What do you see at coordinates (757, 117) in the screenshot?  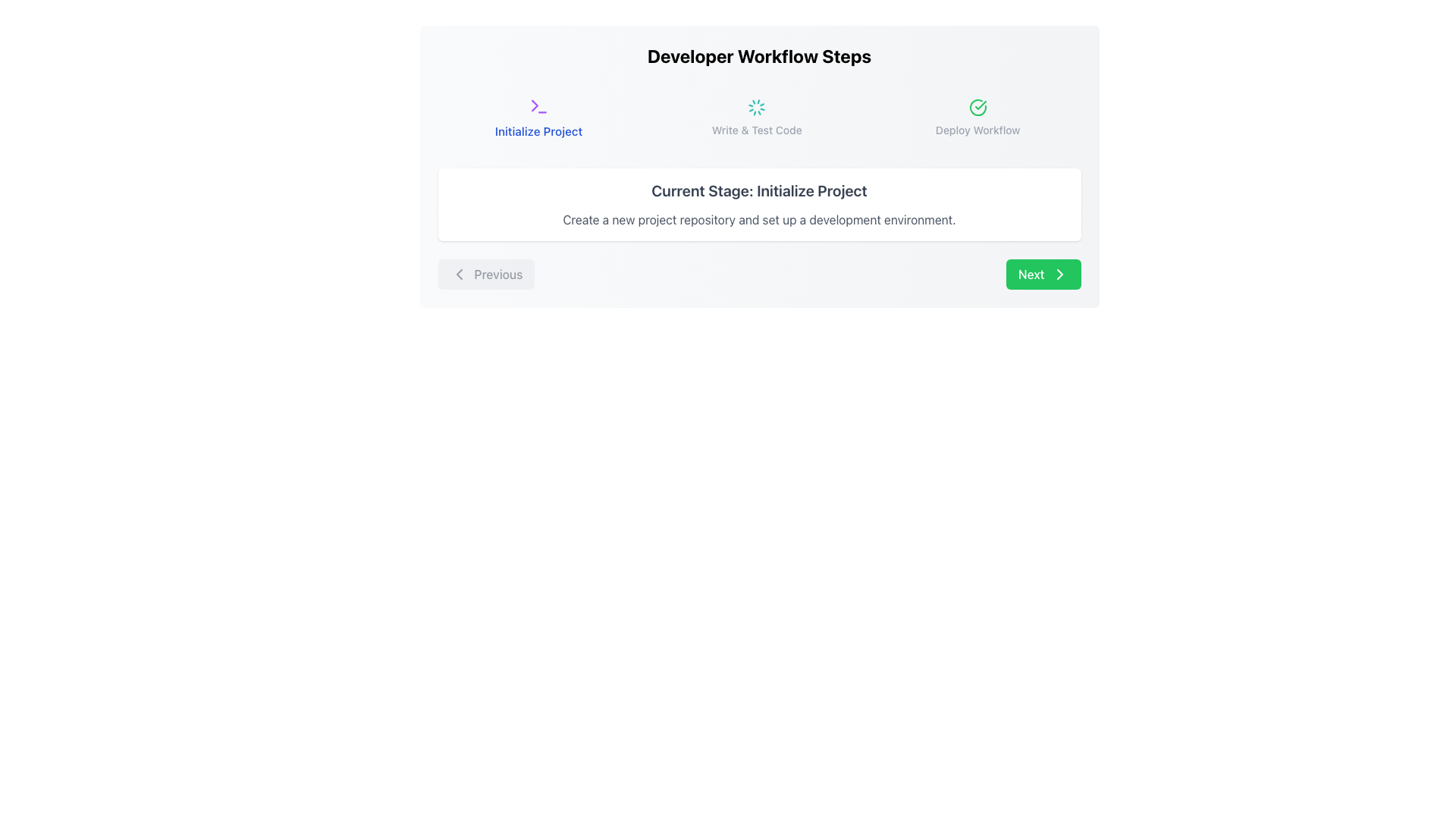 I see `the 'Write & Test Code' step display element which includes a spinner component and a label, indicating that this step is currently in progress or loading` at bounding box center [757, 117].